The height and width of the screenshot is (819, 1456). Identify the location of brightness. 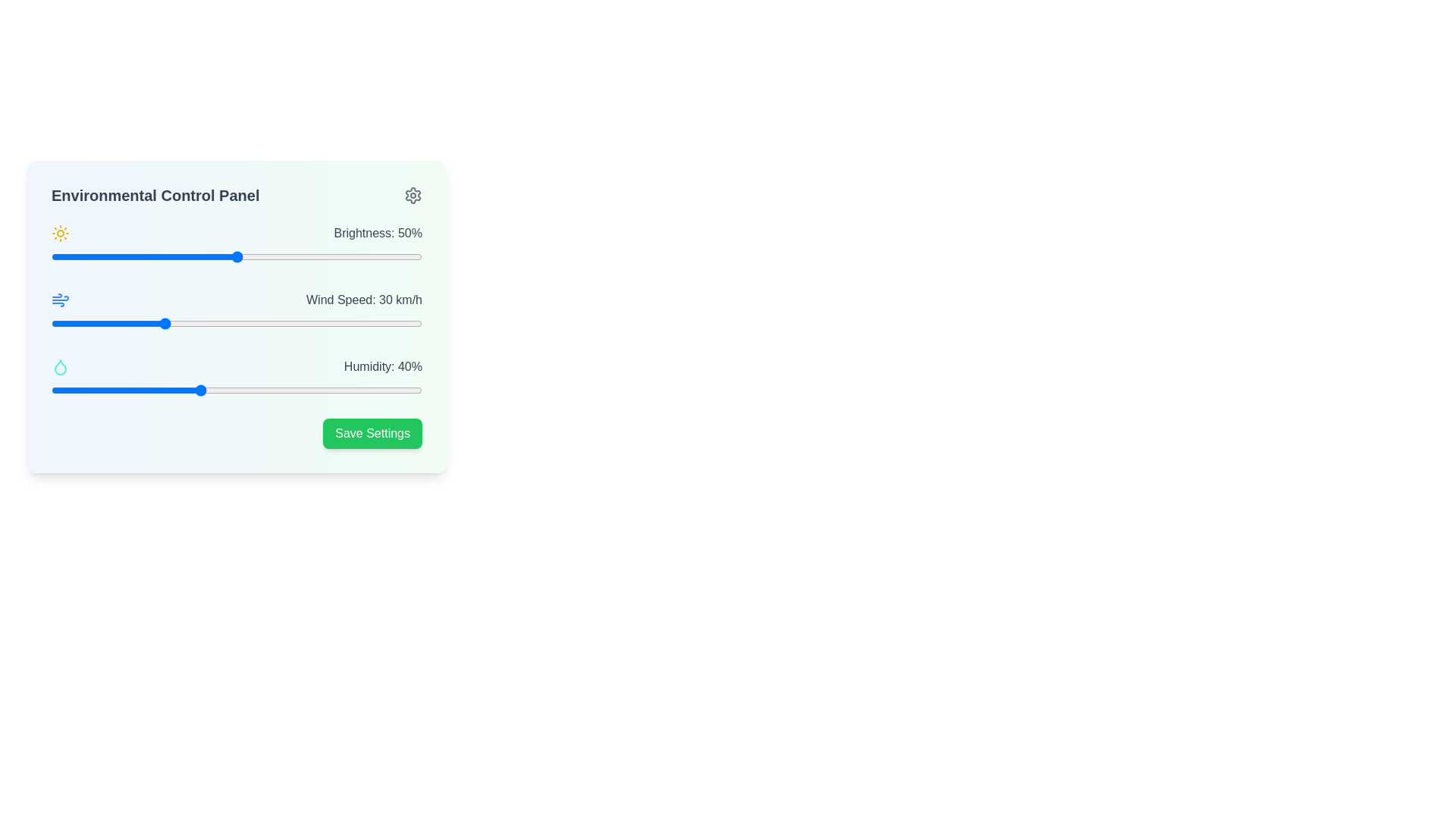
(332, 256).